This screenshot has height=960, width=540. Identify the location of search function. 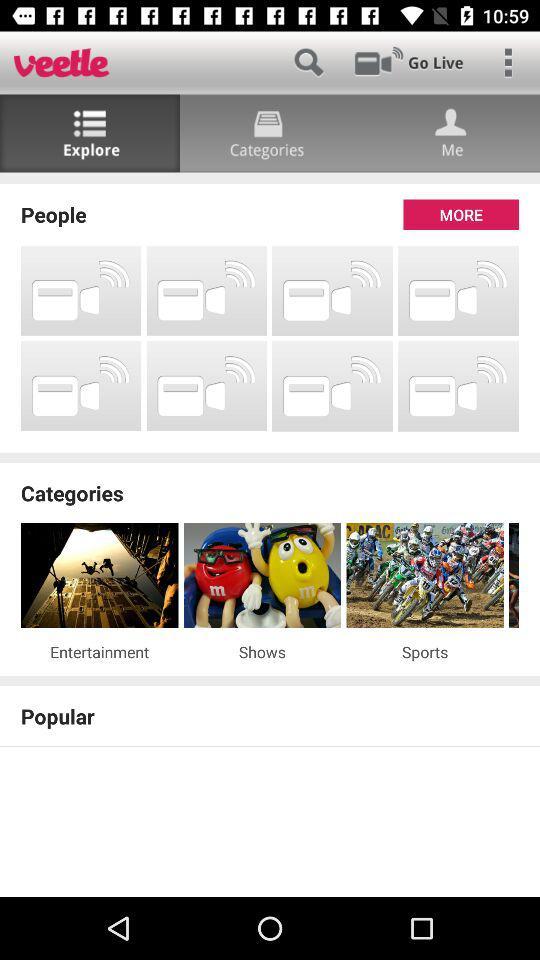
(308, 62).